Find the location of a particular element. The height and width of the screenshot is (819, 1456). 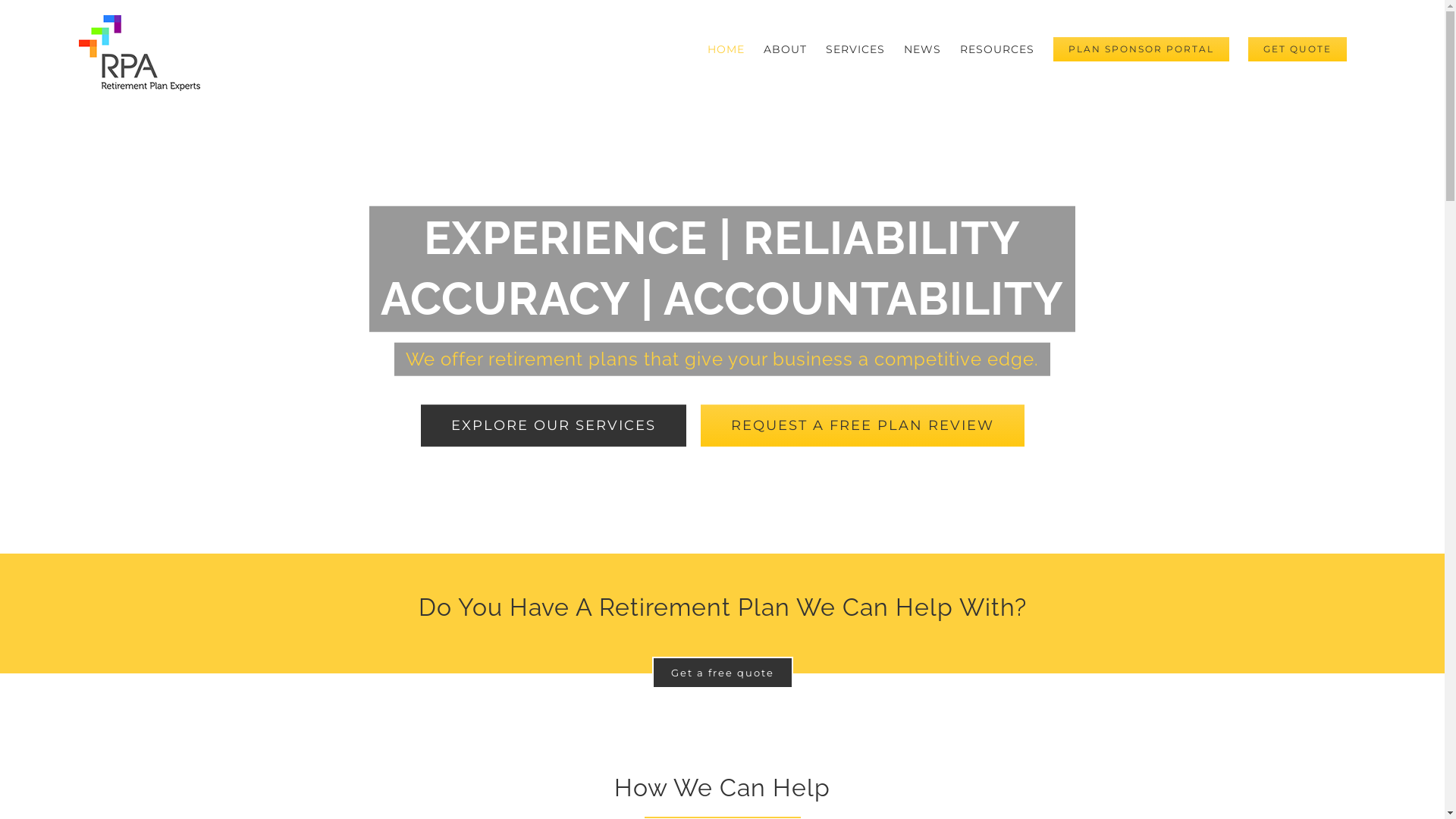

'ABOUT' is located at coordinates (785, 49).